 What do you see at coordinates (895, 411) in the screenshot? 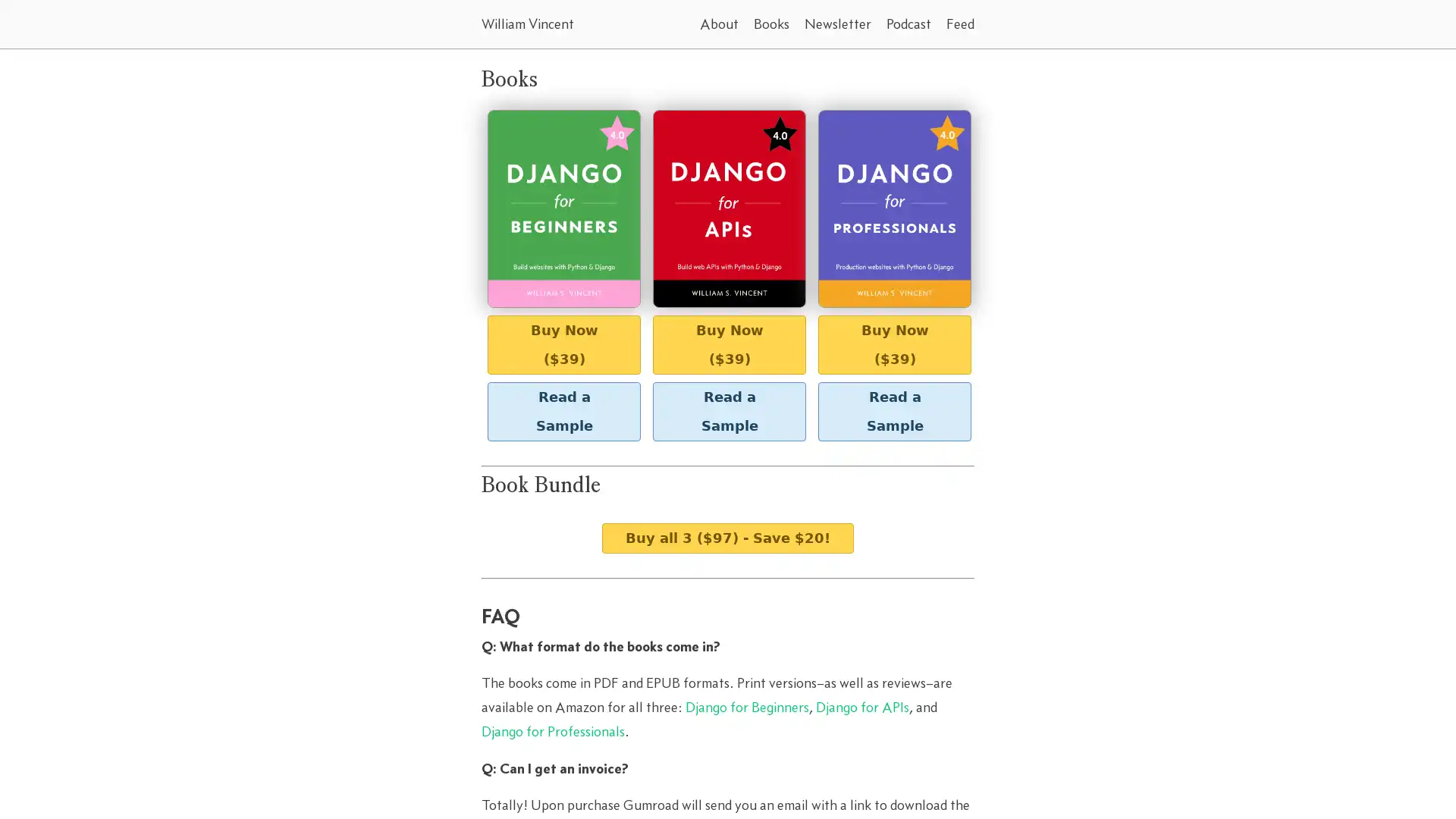
I see `Read a Sample` at bounding box center [895, 411].